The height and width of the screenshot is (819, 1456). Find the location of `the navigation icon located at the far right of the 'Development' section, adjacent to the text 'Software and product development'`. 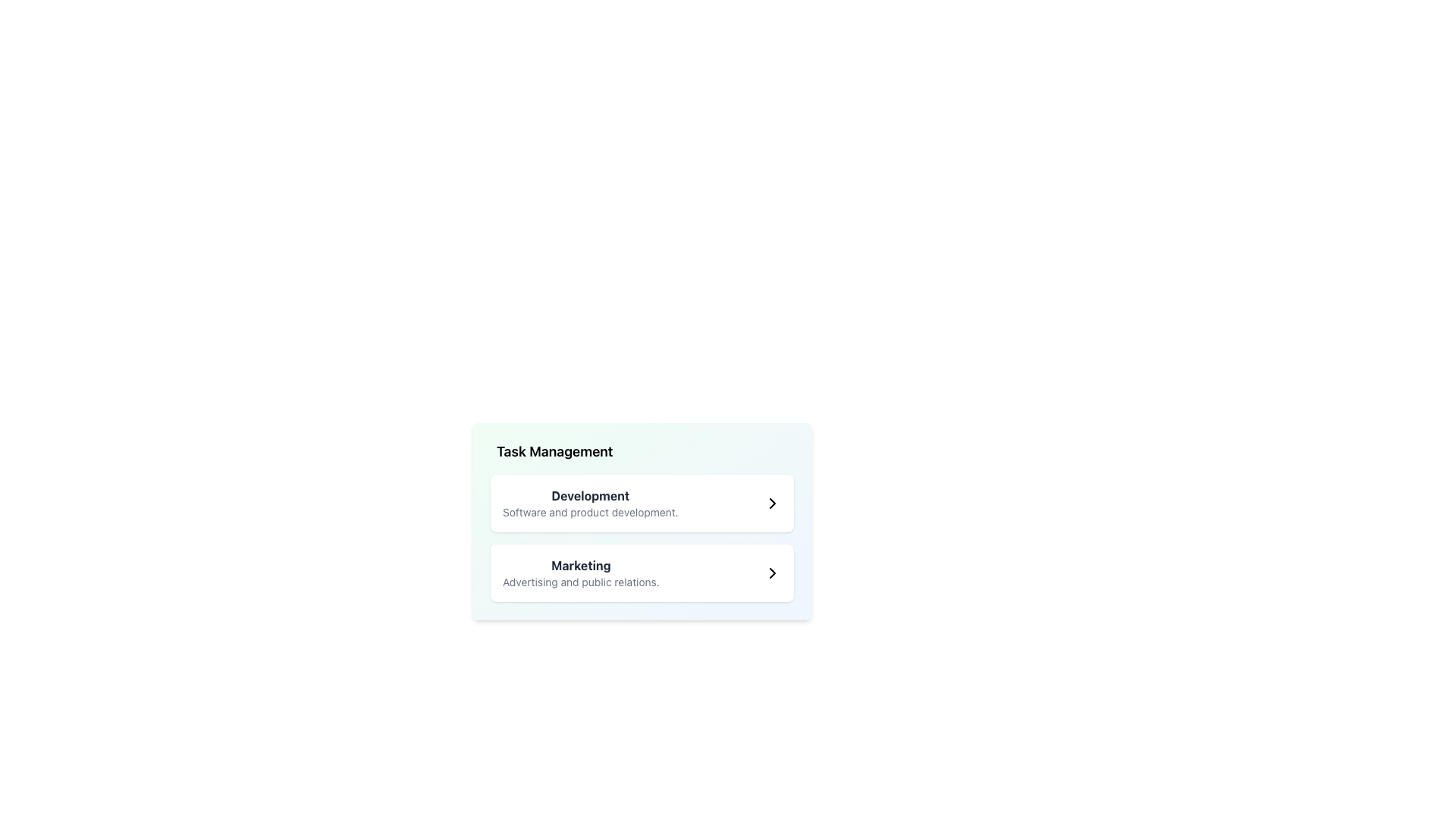

the navigation icon located at the far right of the 'Development' section, adjacent to the text 'Software and product development' is located at coordinates (772, 503).